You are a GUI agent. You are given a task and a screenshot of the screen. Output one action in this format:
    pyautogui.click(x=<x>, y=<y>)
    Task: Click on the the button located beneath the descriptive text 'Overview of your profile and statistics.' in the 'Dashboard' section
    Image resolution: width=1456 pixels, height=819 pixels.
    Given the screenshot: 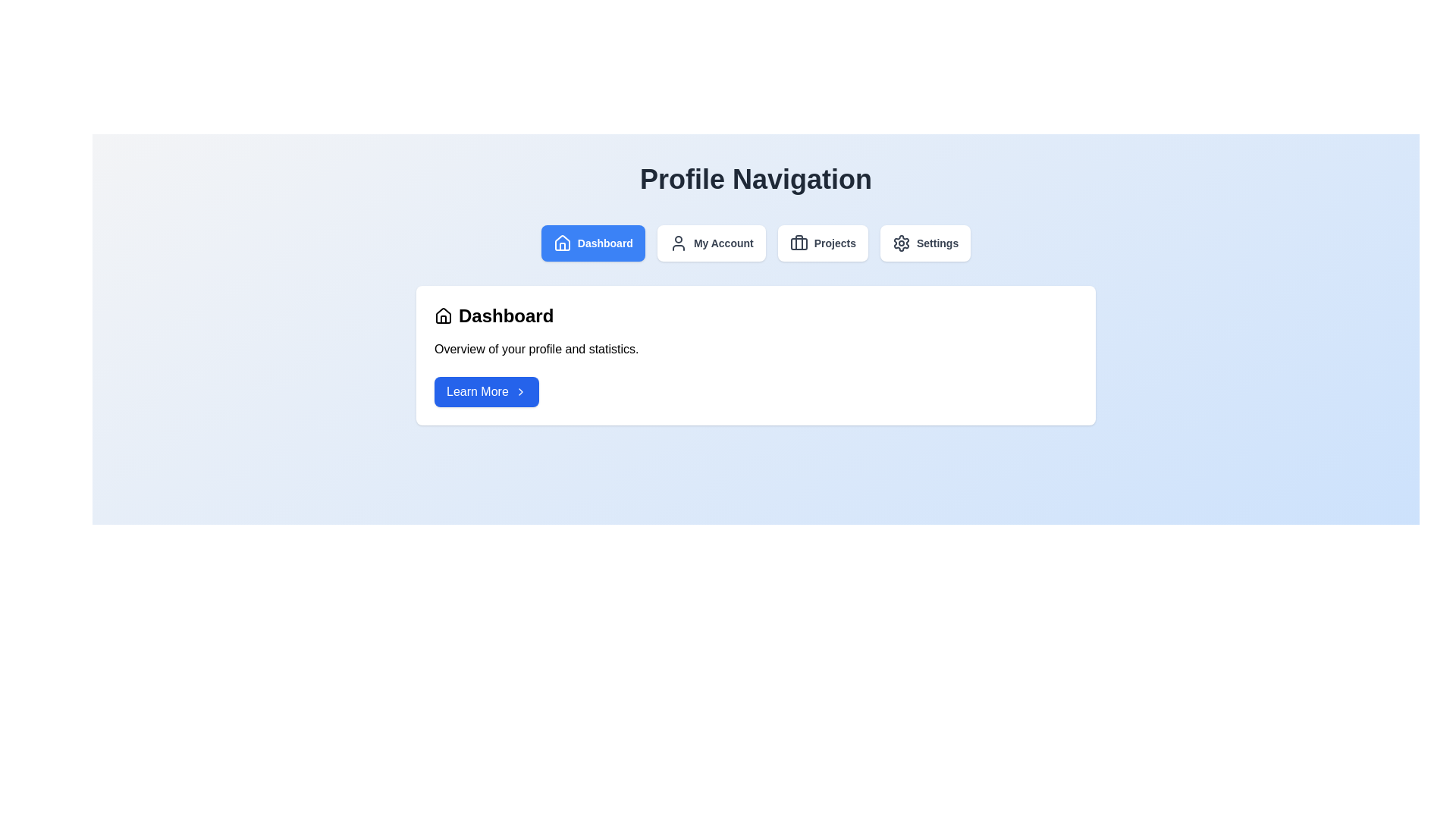 What is the action you would take?
    pyautogui.click(x=486, y=391)
    